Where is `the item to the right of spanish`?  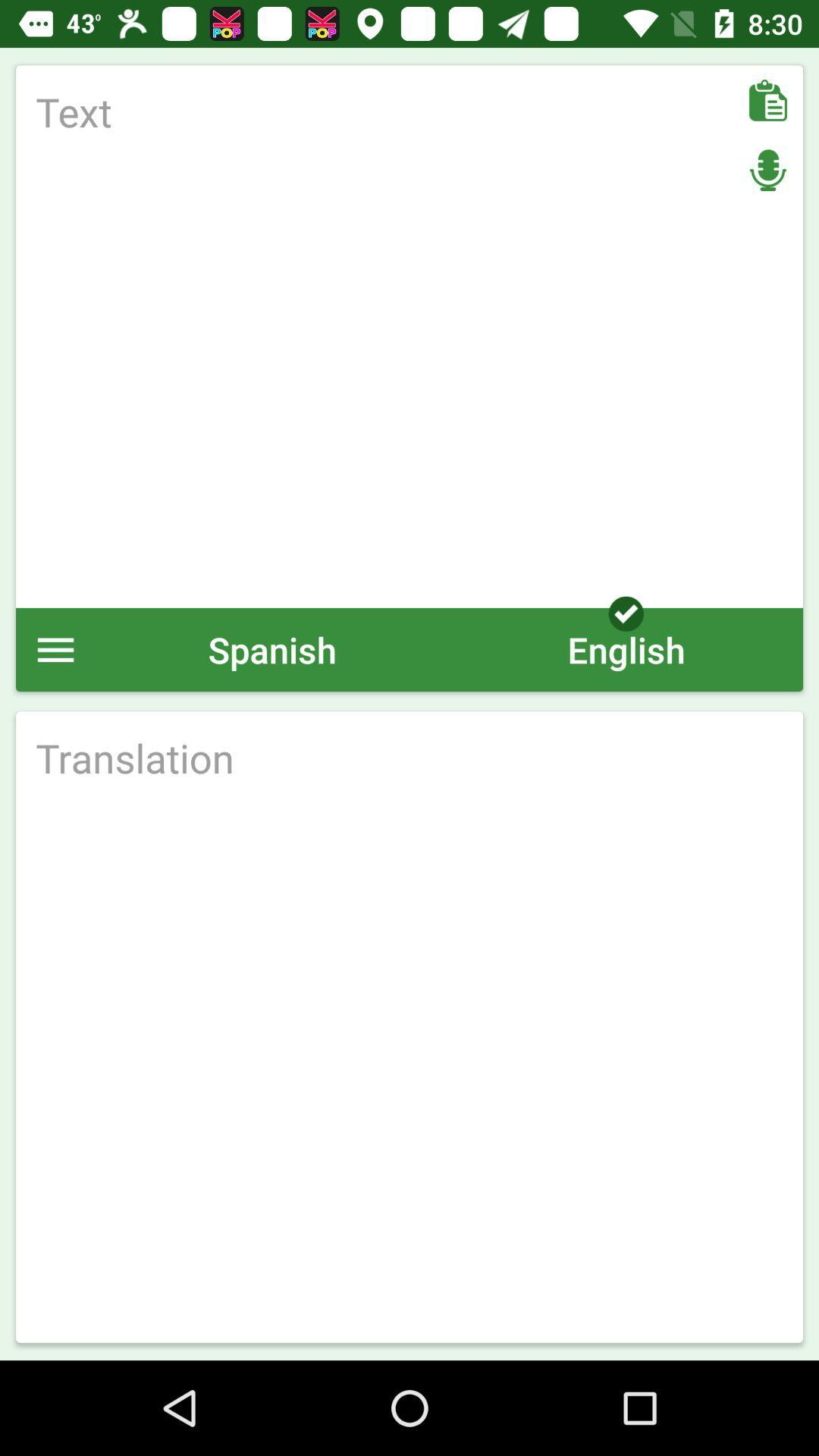
the item to the right of spanish is located at coordinates (626, 649).